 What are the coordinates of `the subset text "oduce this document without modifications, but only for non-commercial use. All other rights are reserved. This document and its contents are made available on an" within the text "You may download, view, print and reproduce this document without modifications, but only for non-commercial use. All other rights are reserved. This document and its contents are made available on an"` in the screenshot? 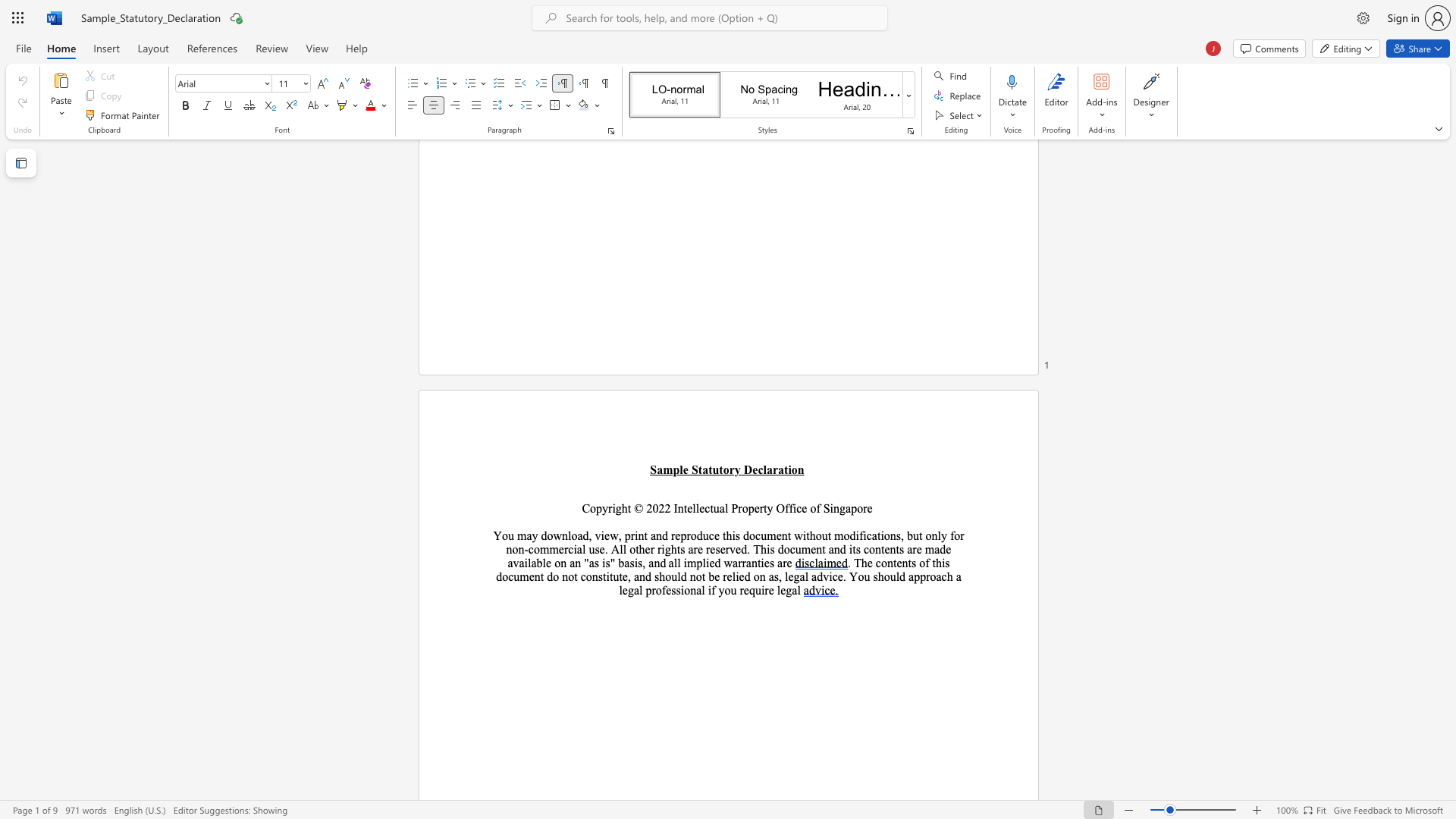 It's located at (689, 535).